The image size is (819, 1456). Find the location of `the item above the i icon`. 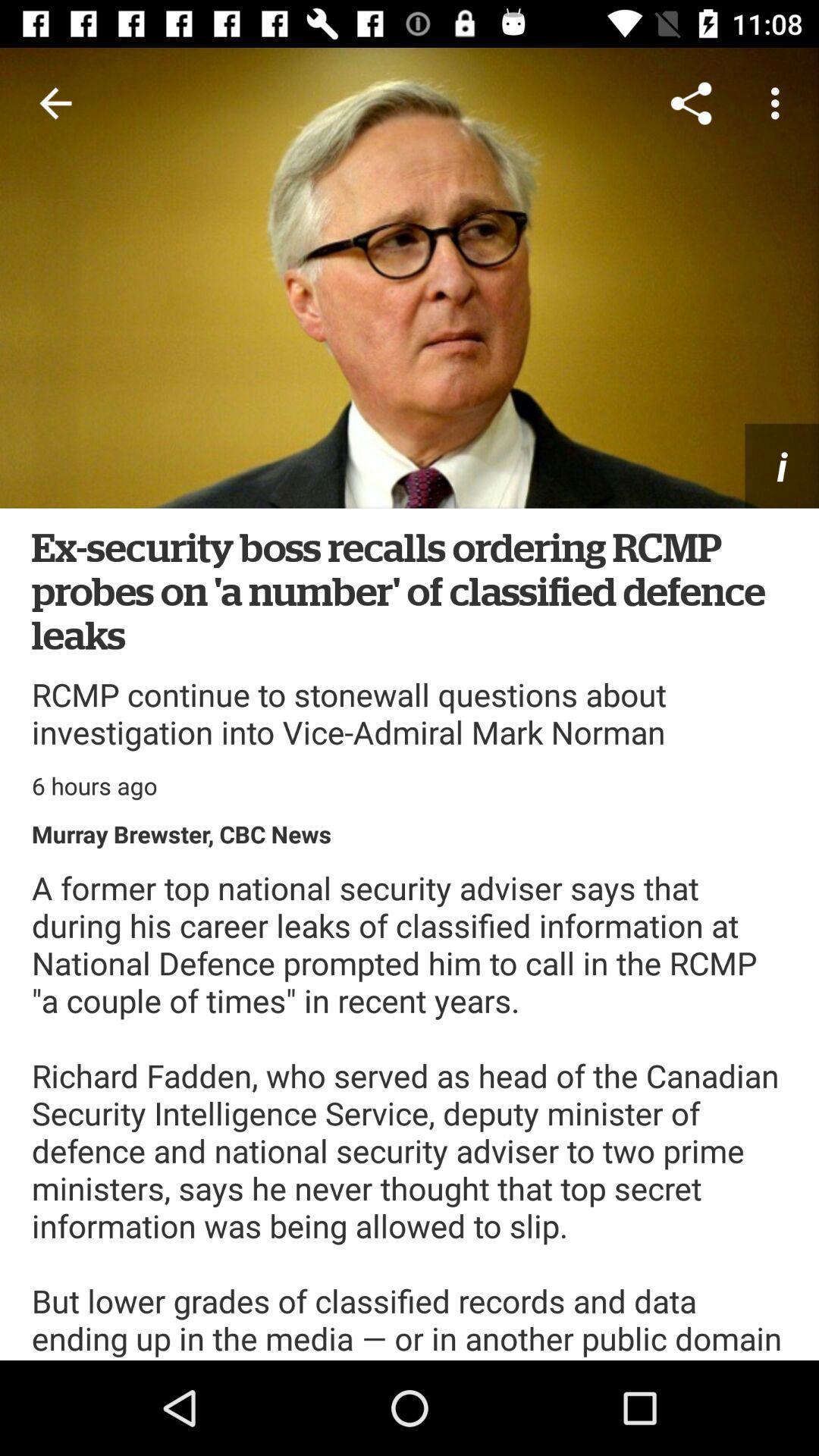

the item above the i icon is located at coordinates (691, 102).